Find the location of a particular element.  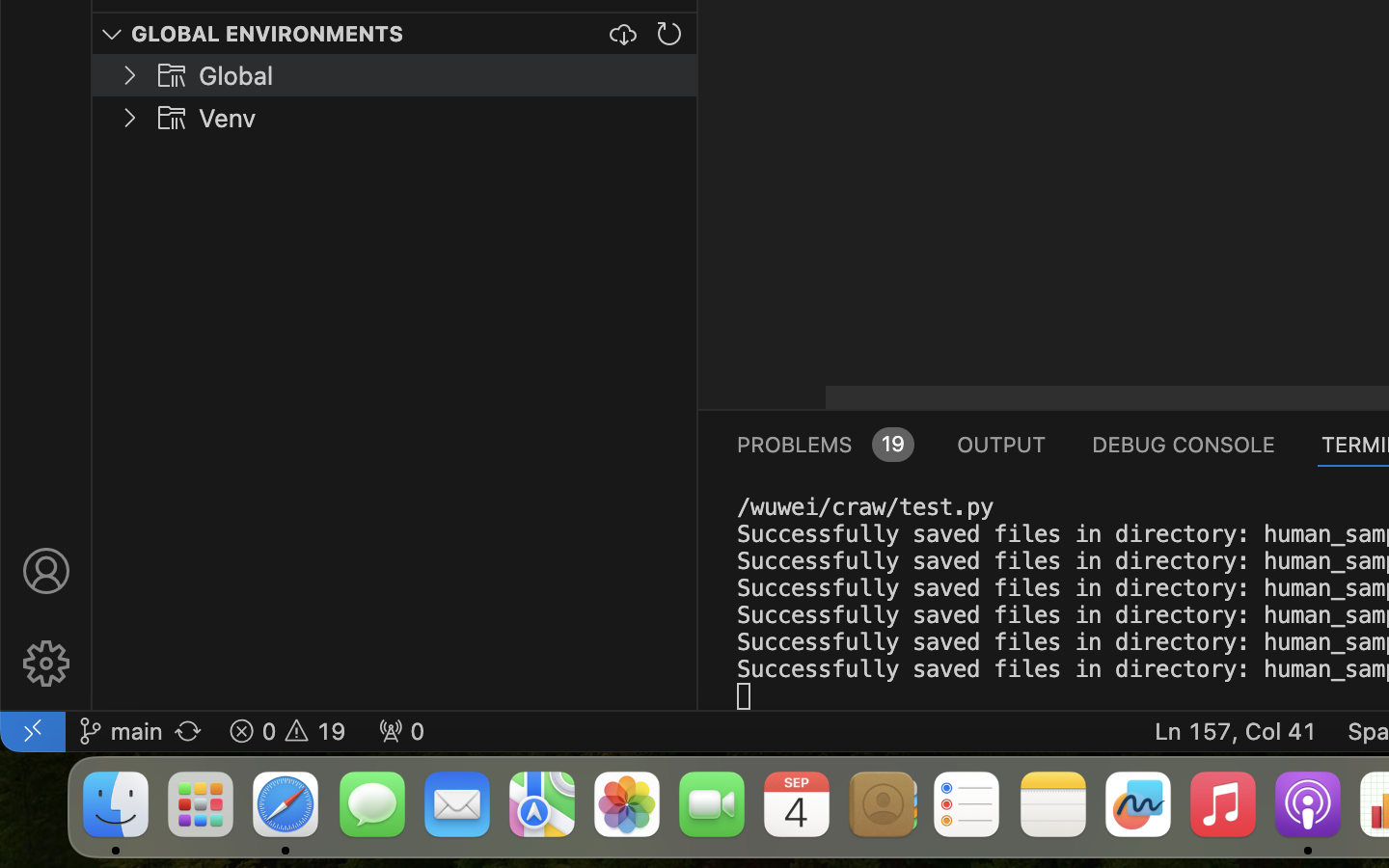

'Venv' is located at coordinates (228, 119).